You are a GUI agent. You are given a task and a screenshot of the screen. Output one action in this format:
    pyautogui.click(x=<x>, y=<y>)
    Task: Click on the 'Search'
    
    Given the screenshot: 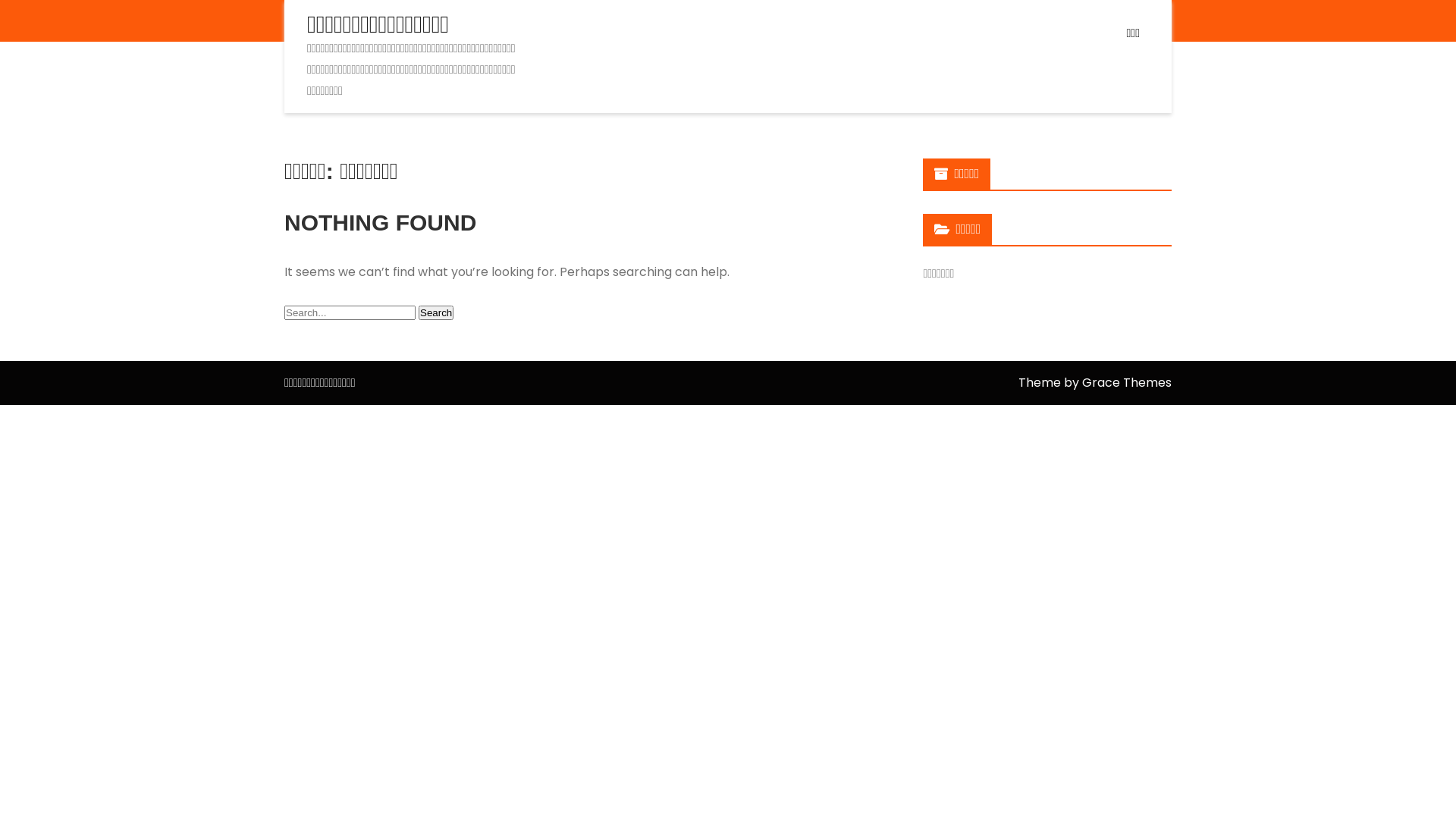 What is the action you would take?
    pyautogui.click(x=435, y=312)
    